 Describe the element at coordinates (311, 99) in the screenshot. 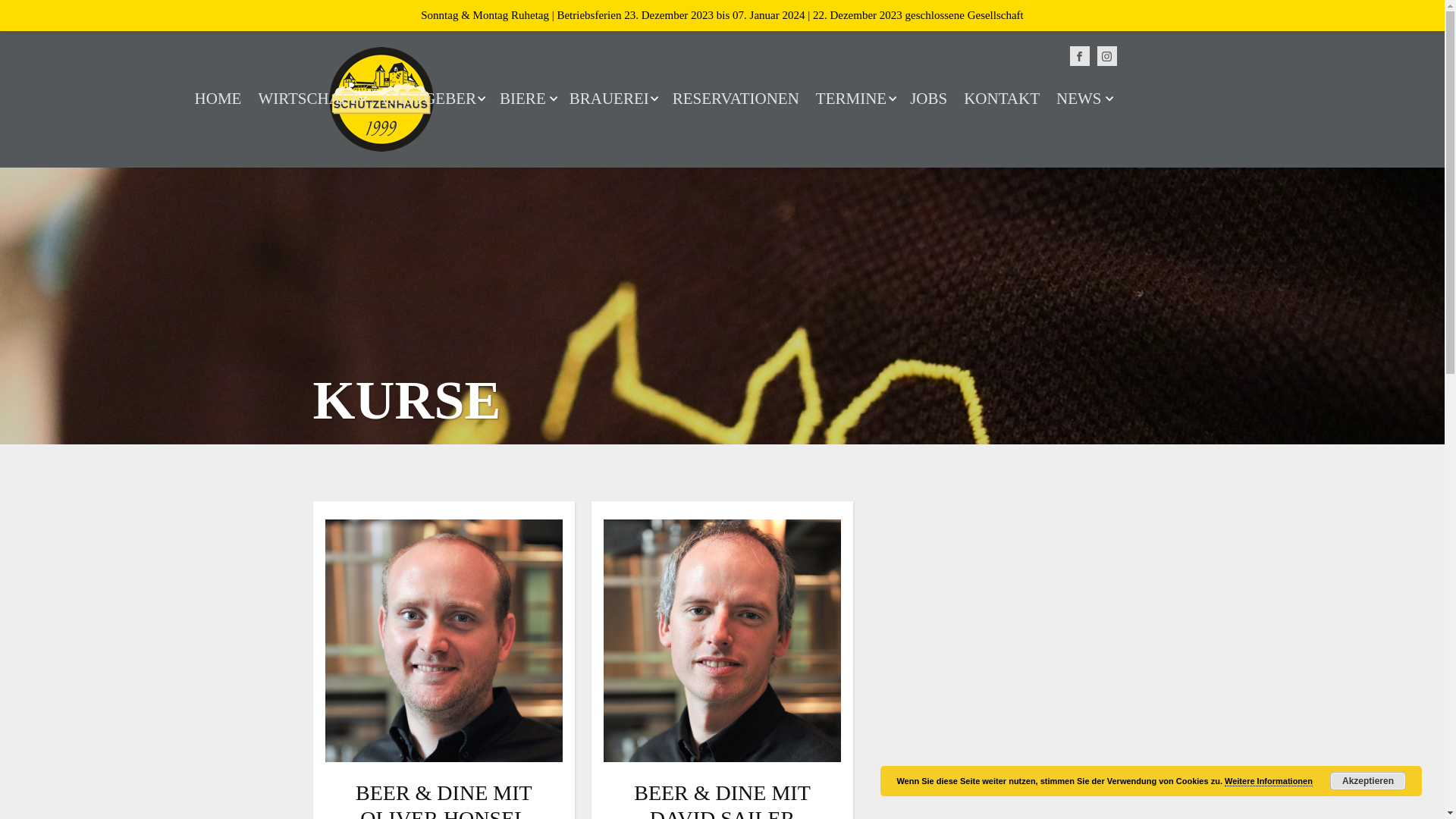

I see `'WIRTSCHAFT'` at that location.